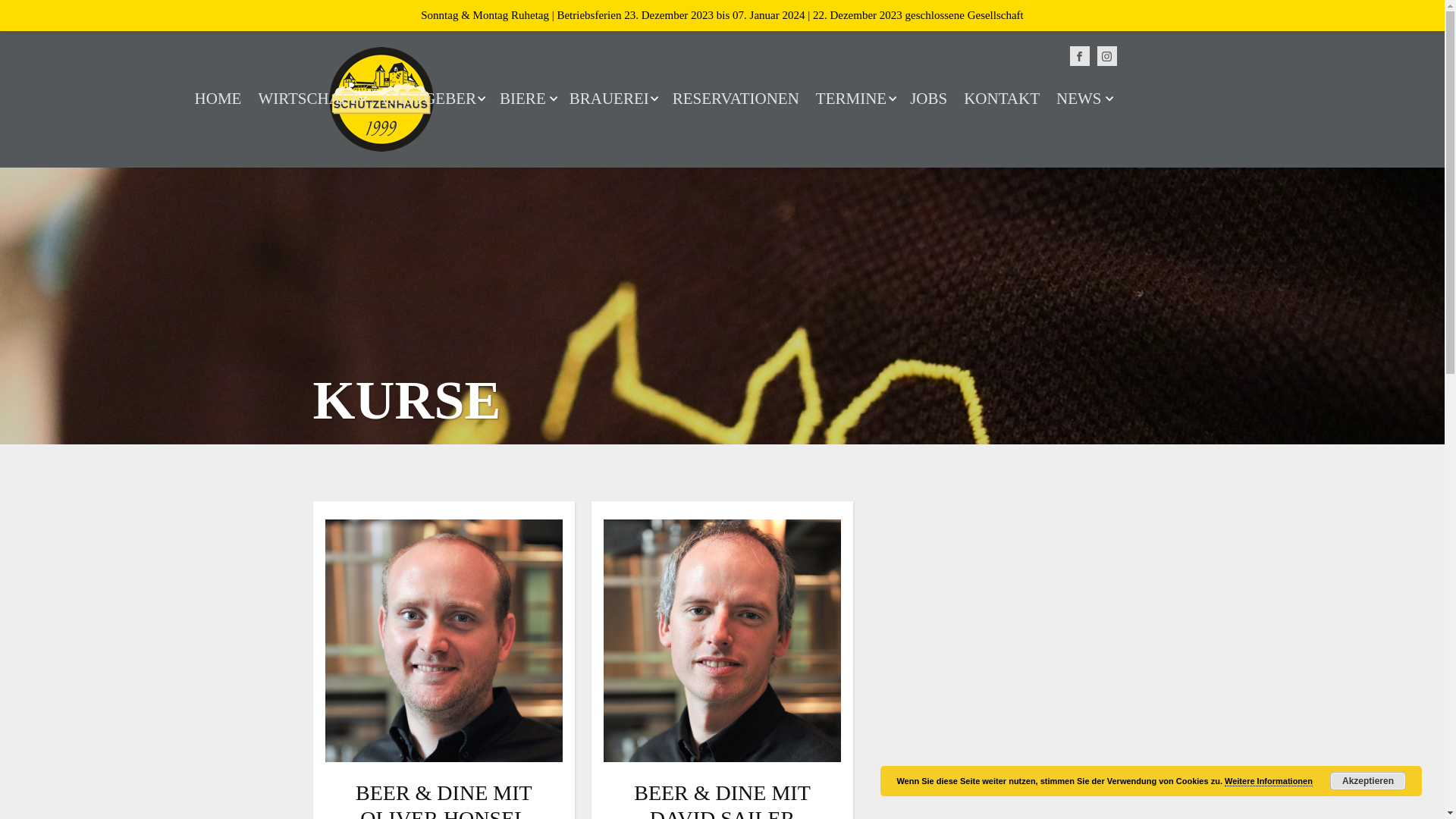  Describe the element at coordinates (1368, 780) in the screenshot. I see `'Akzeptieren'` at that location.